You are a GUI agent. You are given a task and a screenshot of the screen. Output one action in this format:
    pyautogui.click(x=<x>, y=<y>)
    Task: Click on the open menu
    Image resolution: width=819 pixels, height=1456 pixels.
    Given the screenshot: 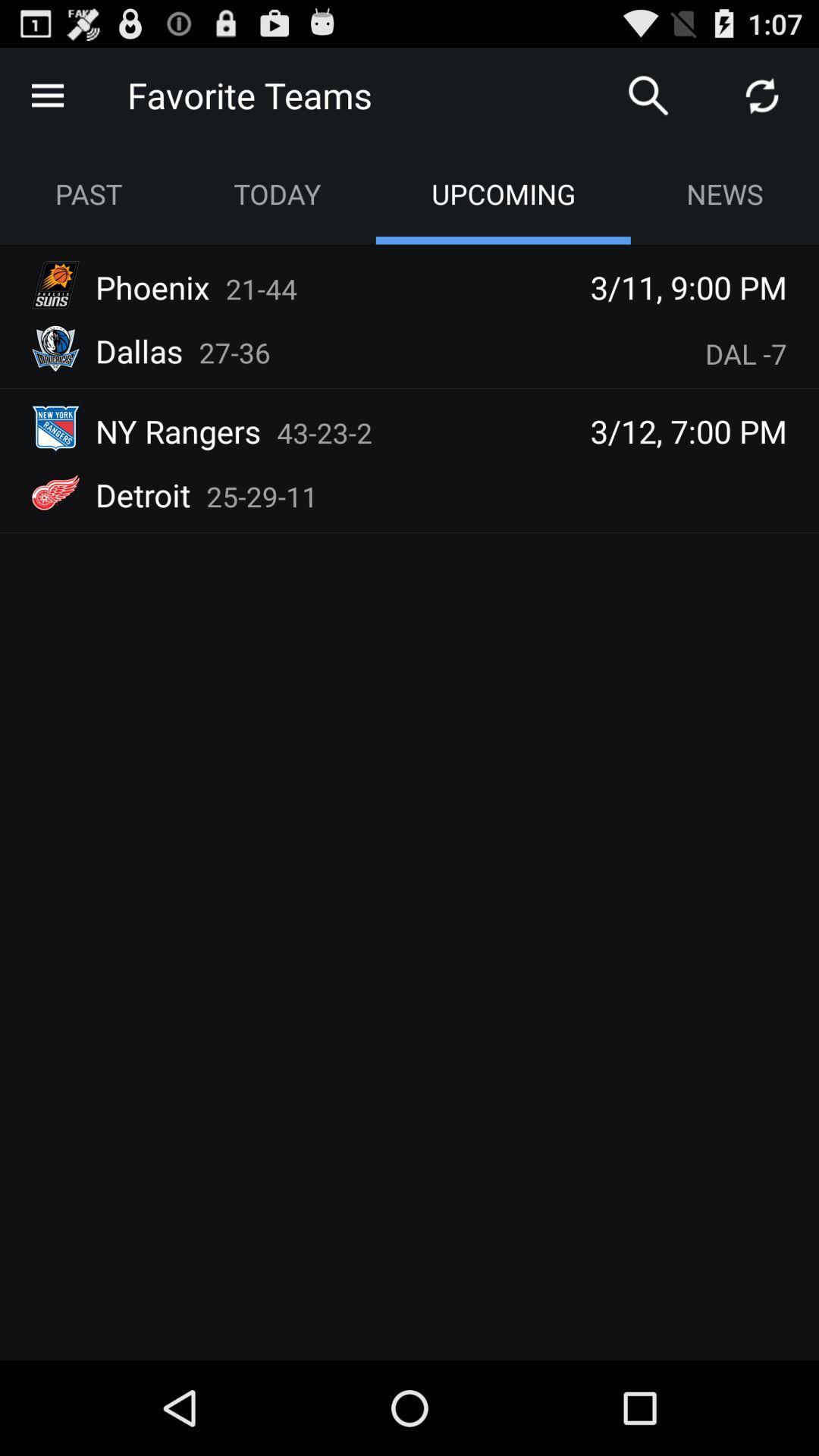 What is the action you would take?
    pyautogui.click(x=46, y=94)
    